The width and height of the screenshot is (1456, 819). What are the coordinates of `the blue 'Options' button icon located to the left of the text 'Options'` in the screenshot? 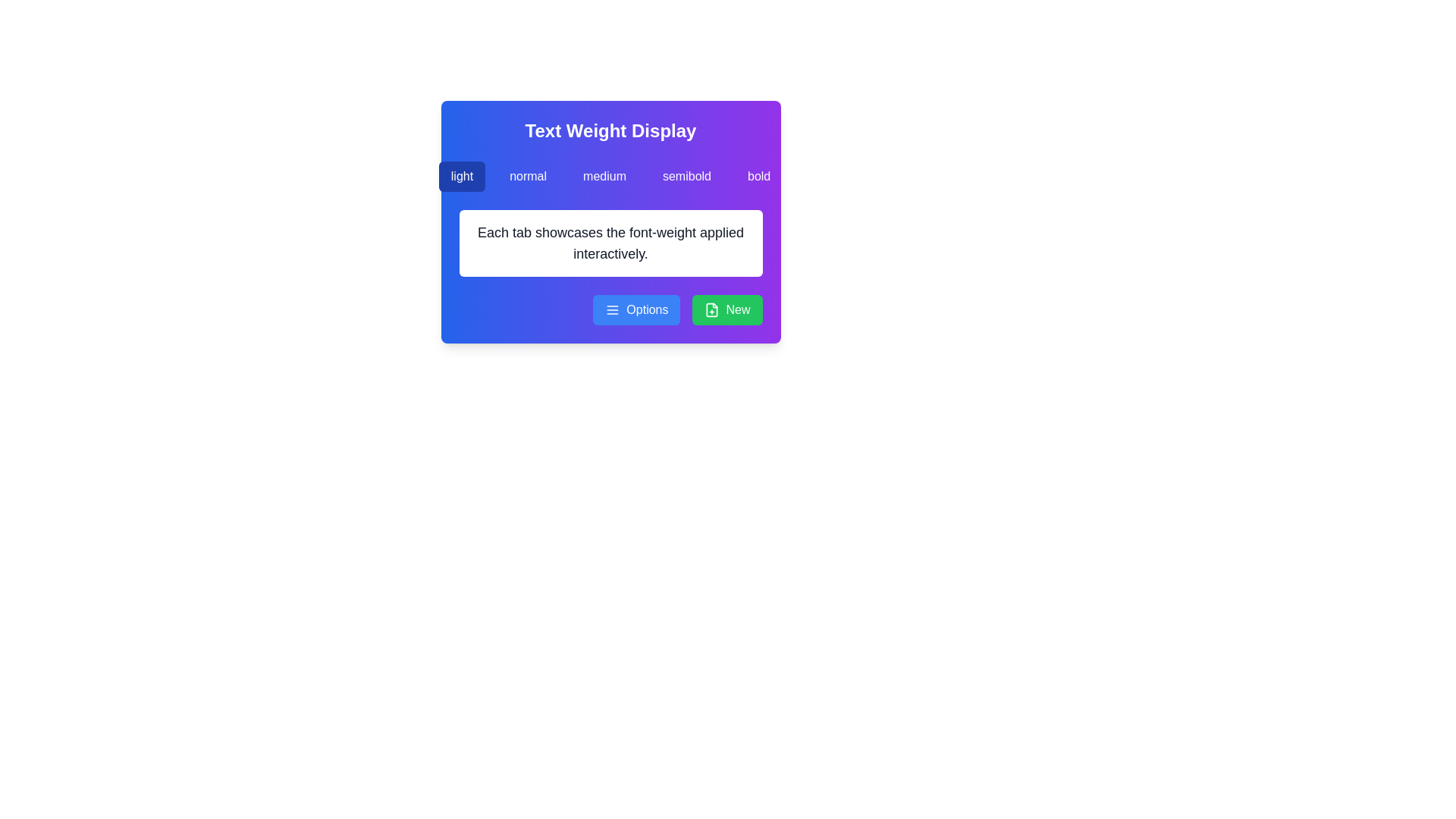 It's located at (613, 309).